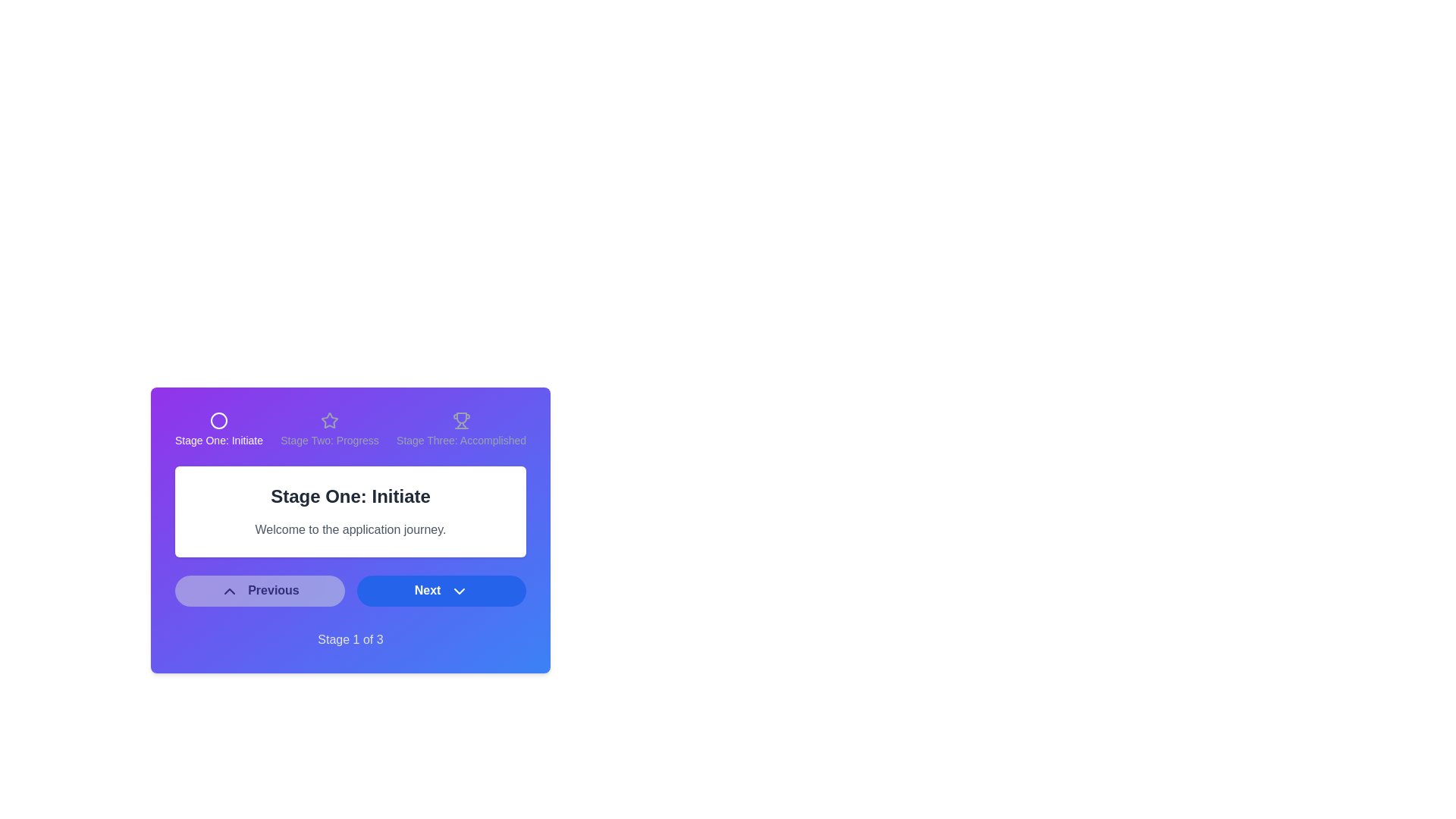 The image size is (1456, 819). Describe the element at coordinates (218, 430) in the screenshot. I see `the Process stage indicator` at that location.